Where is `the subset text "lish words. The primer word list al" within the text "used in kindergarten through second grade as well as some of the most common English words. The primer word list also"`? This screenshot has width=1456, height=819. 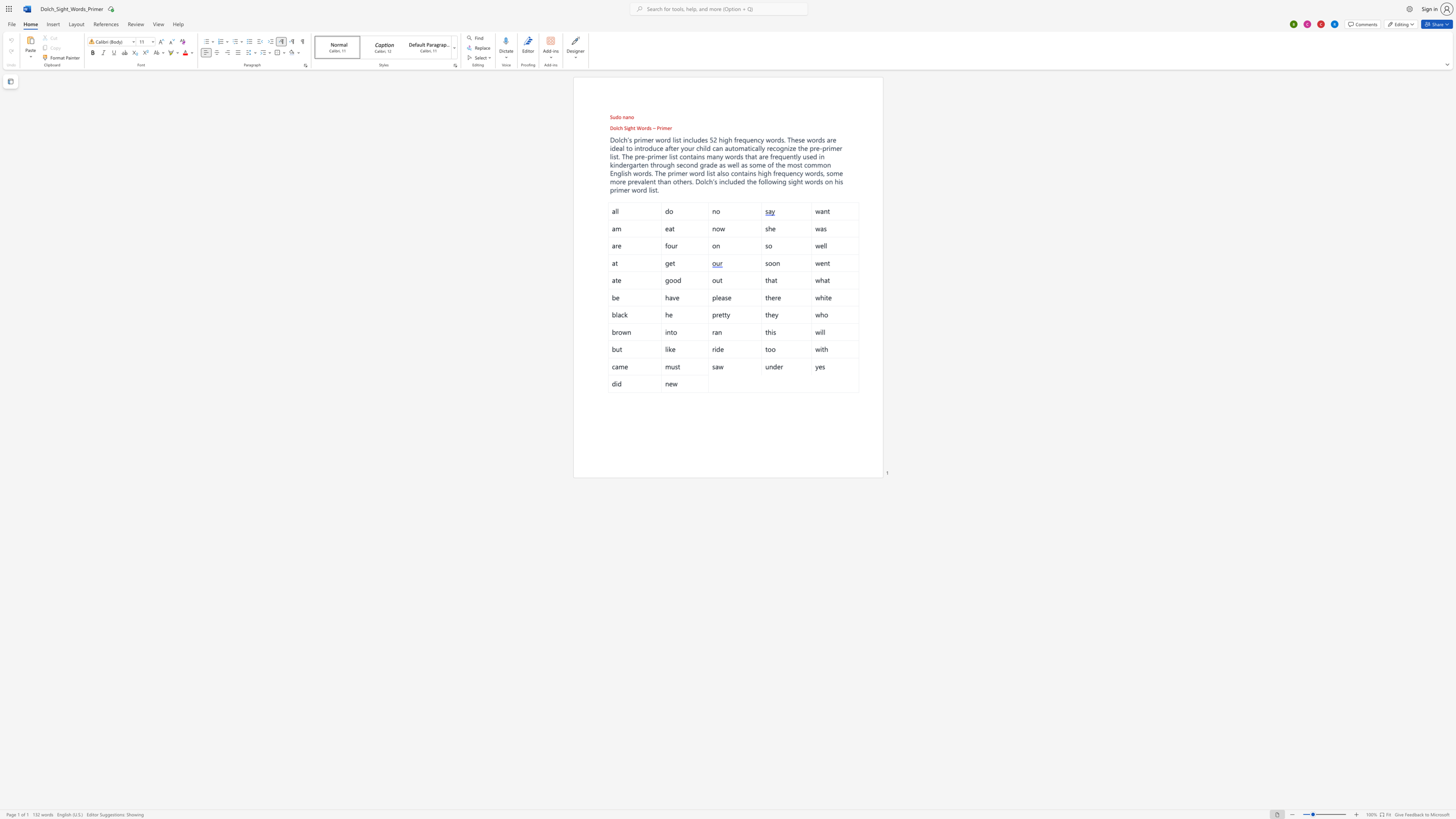 the subset text "lish words. The primer word list al" within the text "used in kindergarten through second grade as well as some of the most common English words. The primer word list also" is located at coordinates (621, 174).